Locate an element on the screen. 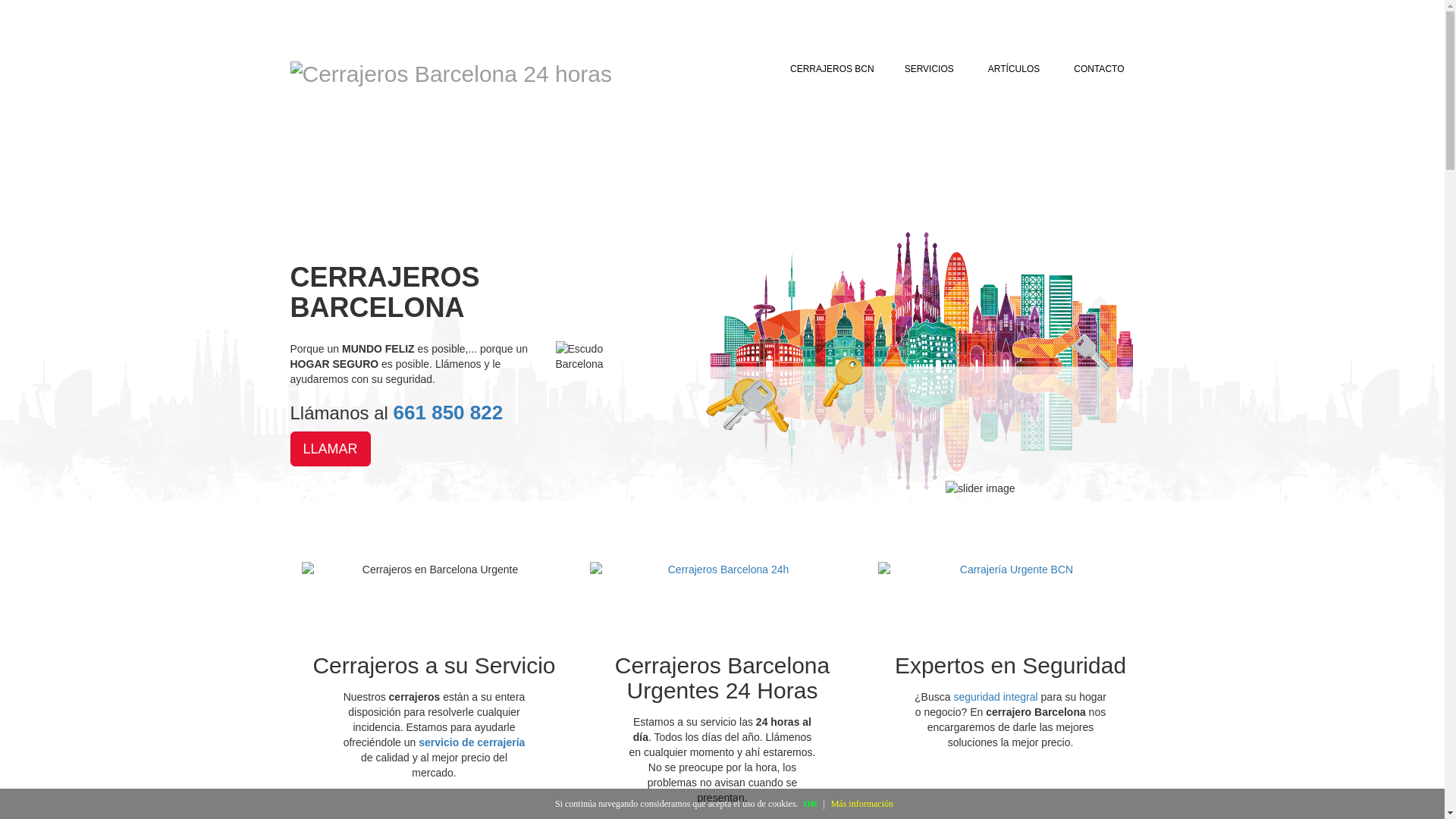 Image resolution: width=1456 pixels, height=819 pixels. 'LLAMAR' is located at coordinates (329, 447).